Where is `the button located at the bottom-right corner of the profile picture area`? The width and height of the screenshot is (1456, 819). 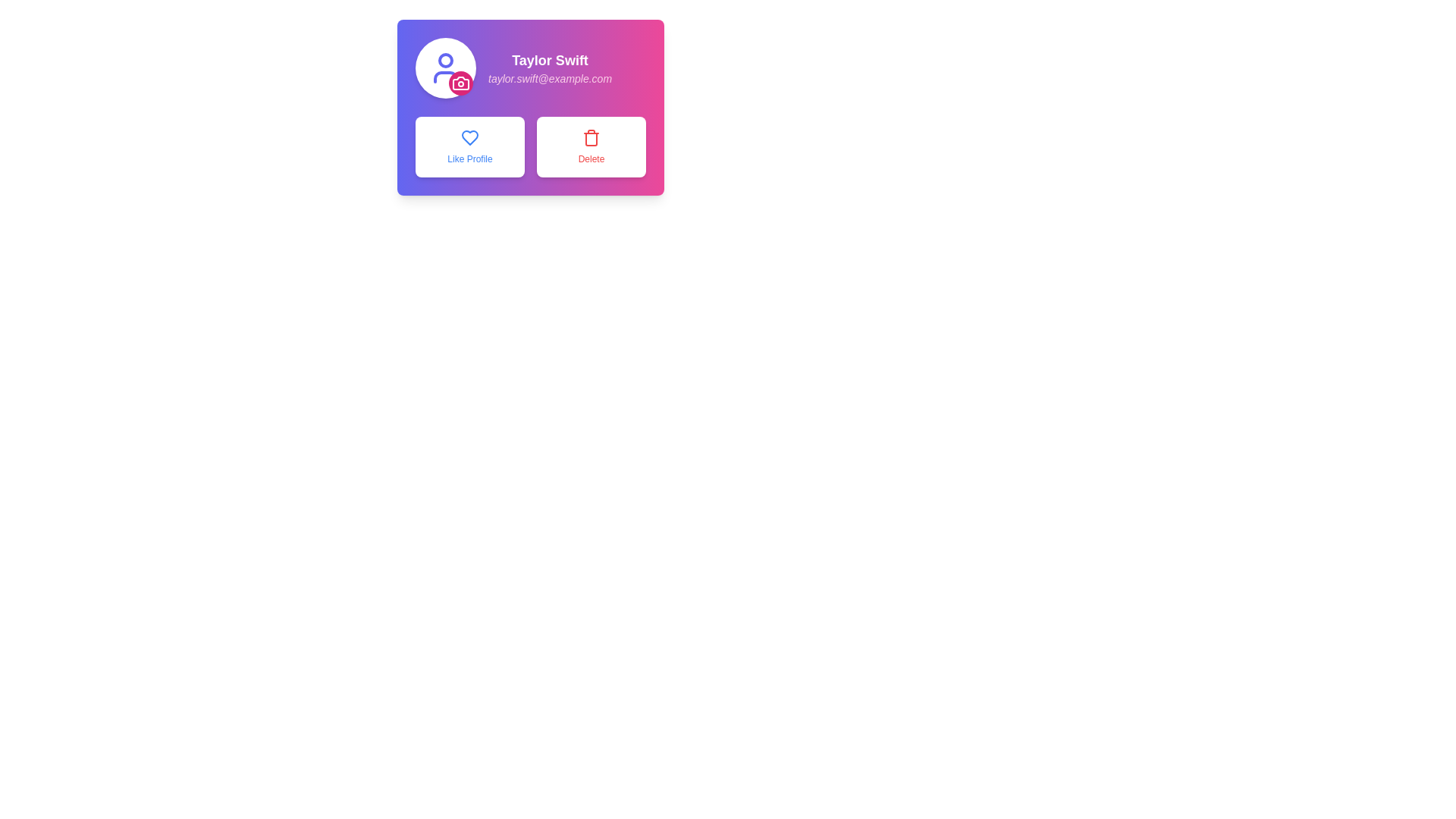
the button located at the bottom-right corner of the profile picture area is located at coordinates (460, 83).